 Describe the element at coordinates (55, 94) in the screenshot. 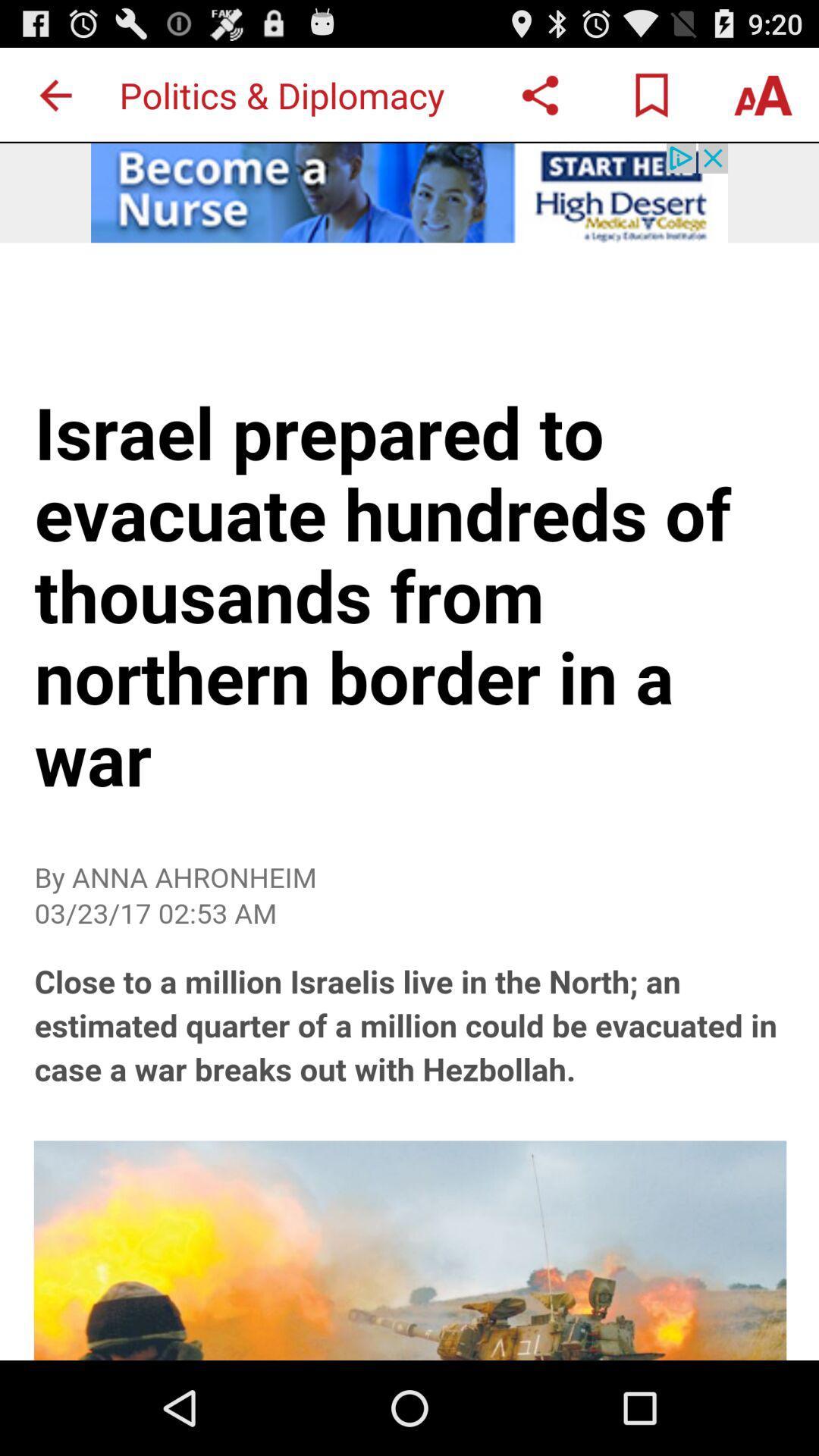

I see `previous page` at that location.